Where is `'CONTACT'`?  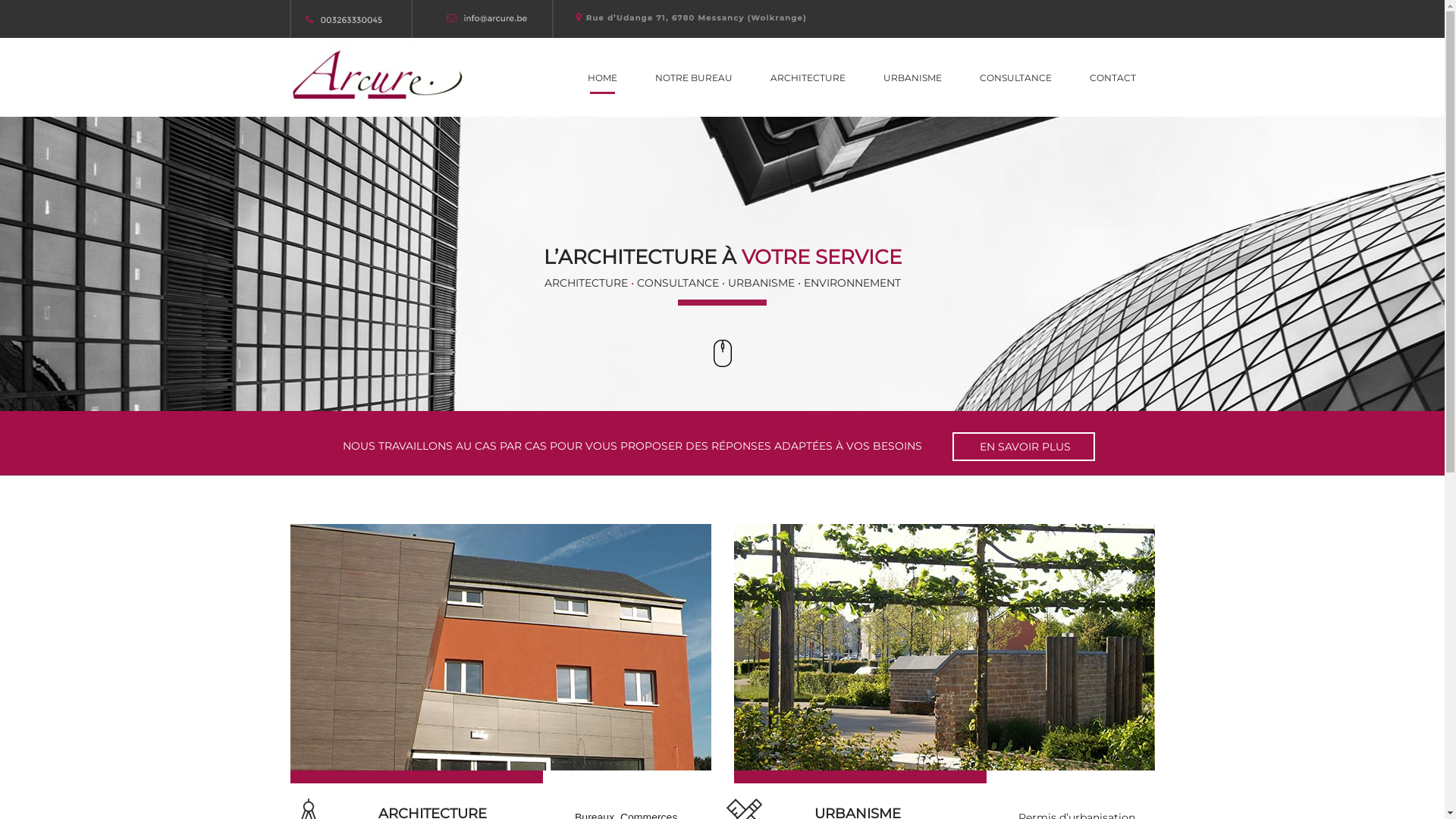
'CONTACT' is located at coordinates (1112, 78).